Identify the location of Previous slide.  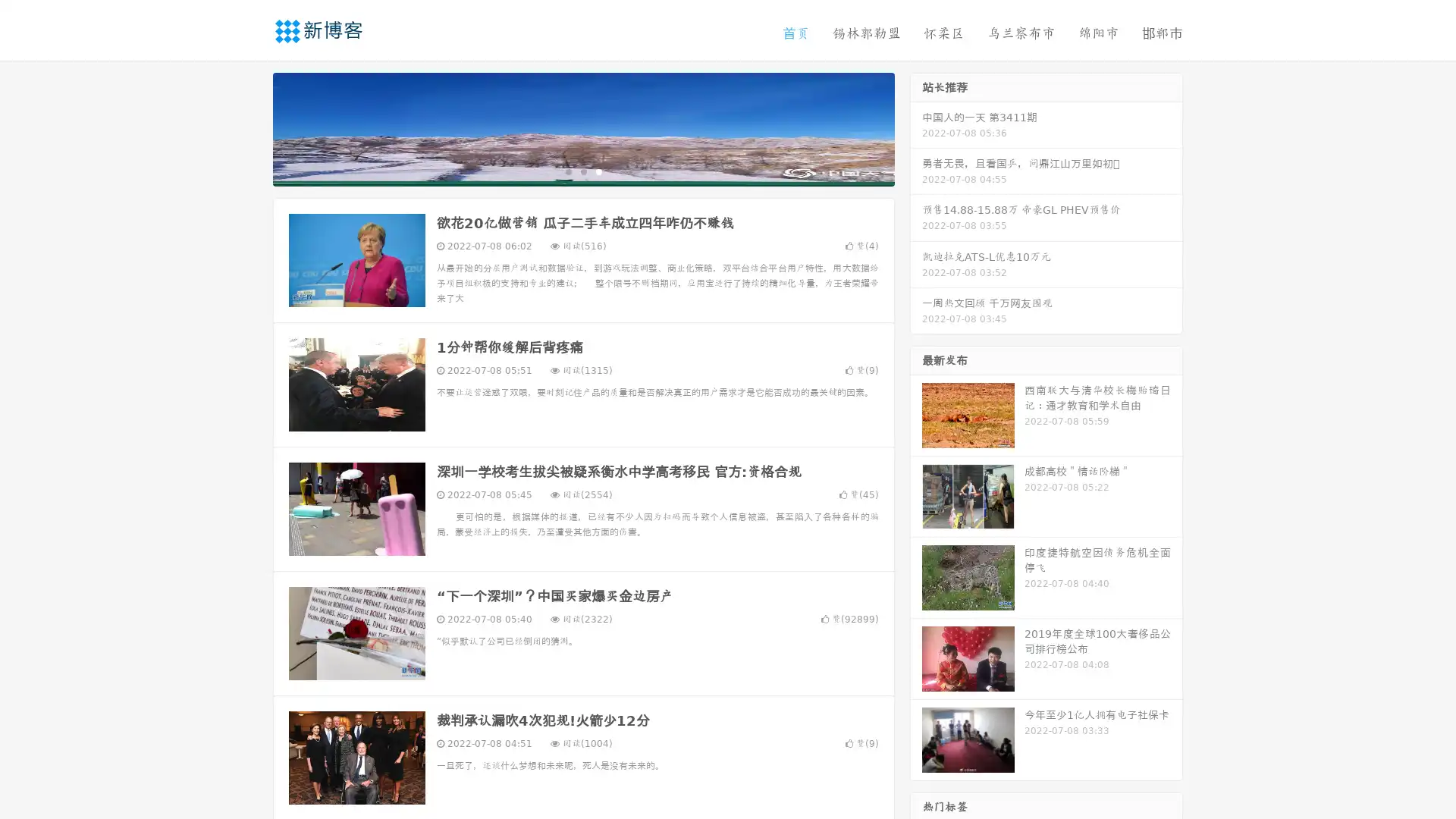
(250, 127).